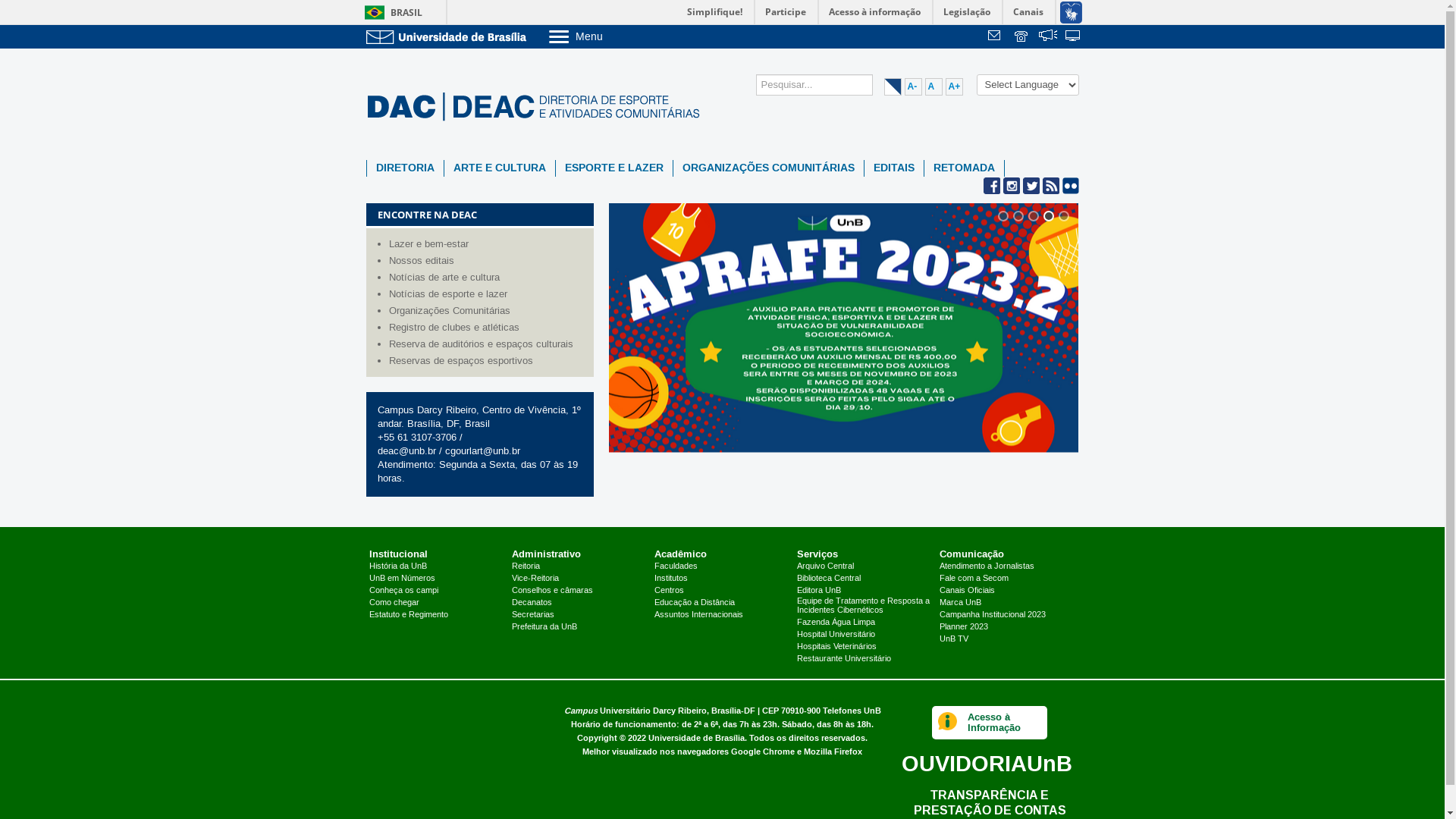 The width and height of the screenshot is (1456, 819). What do you see at coordinates (974, 579) in the screenshot?
I see `'Fale com a Secom'` at bounding box center [974, 579].